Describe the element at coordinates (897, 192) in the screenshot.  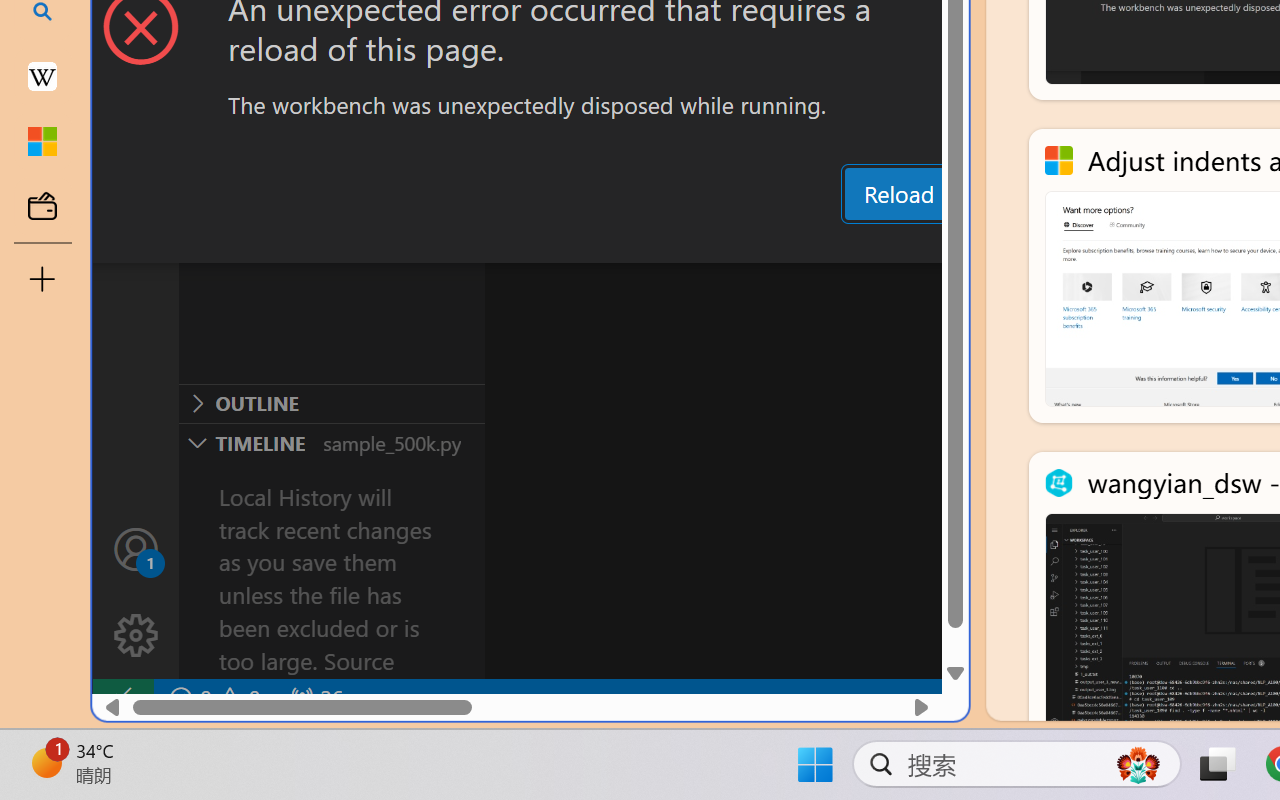
I see `'Reload'` at that location.